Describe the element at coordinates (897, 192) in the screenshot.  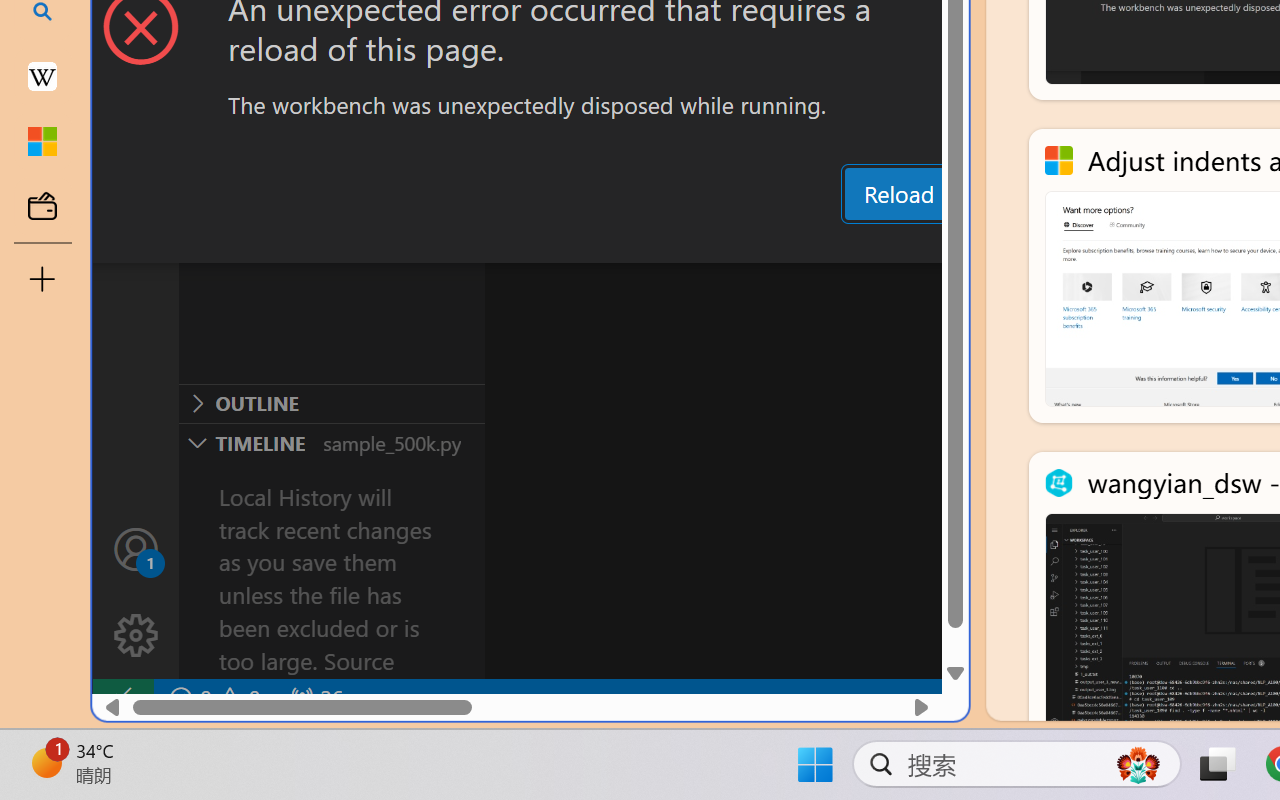
I see `'Reload'` at that location.